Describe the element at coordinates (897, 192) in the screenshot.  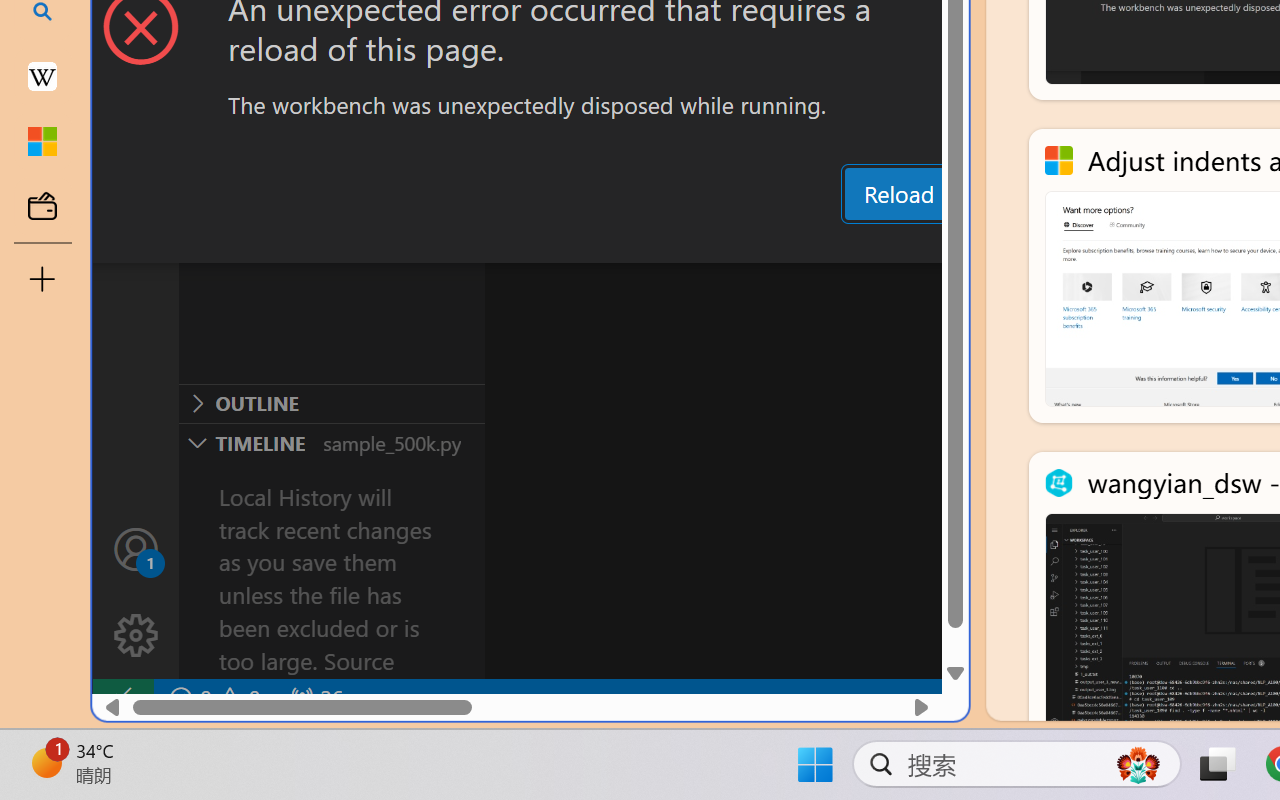
I see `'Reload'` at that location.